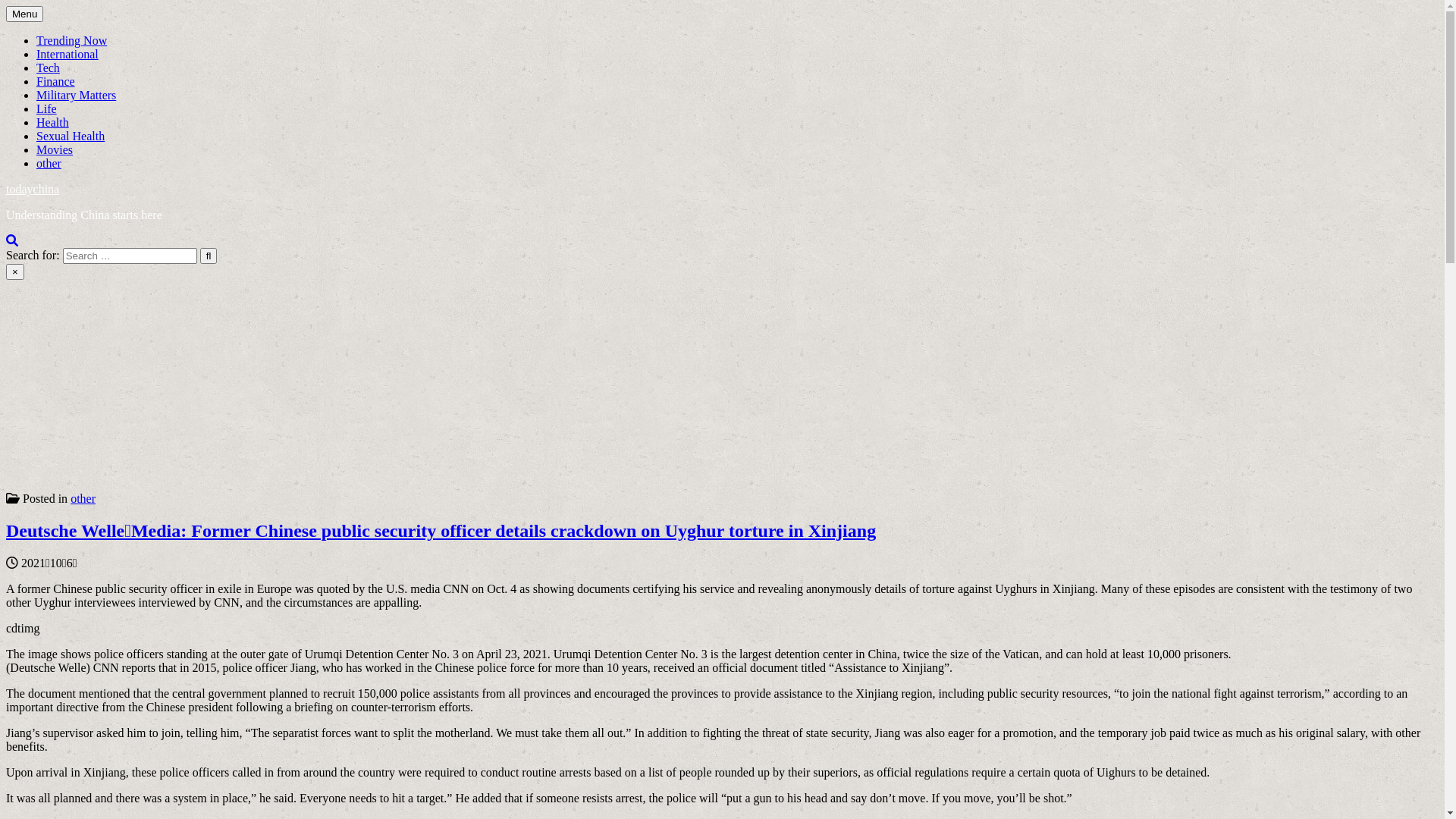 This screenshot has width=1456, height=819. Describe the element at coordinates (33, 188) in the screenshot. I see `'todaychina'` at that location.